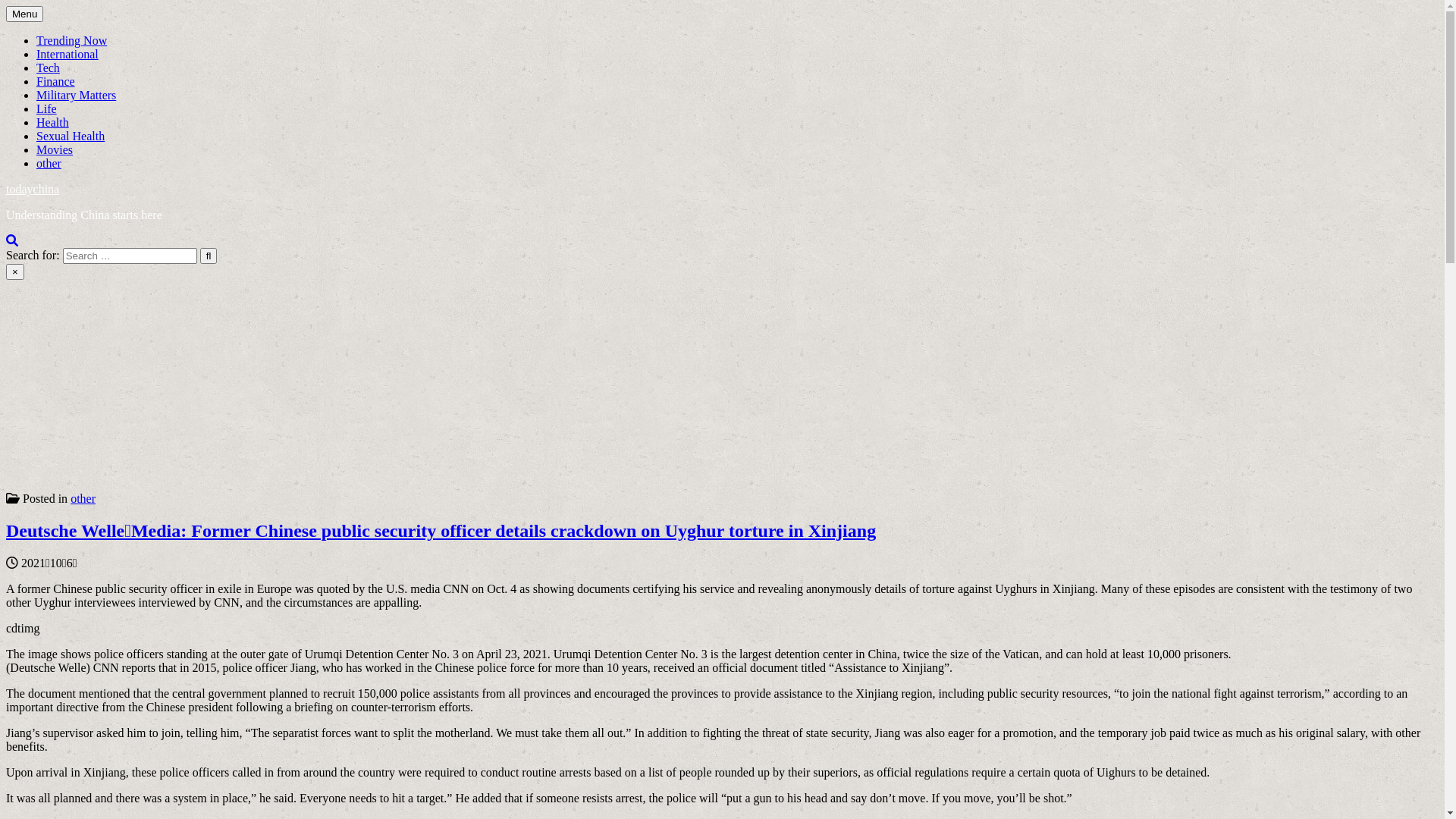 This screenshot has width=1456, height=819. Describe the element at coordinates (33, 188) in the screenshot. I see `'todaychina'` at that location.